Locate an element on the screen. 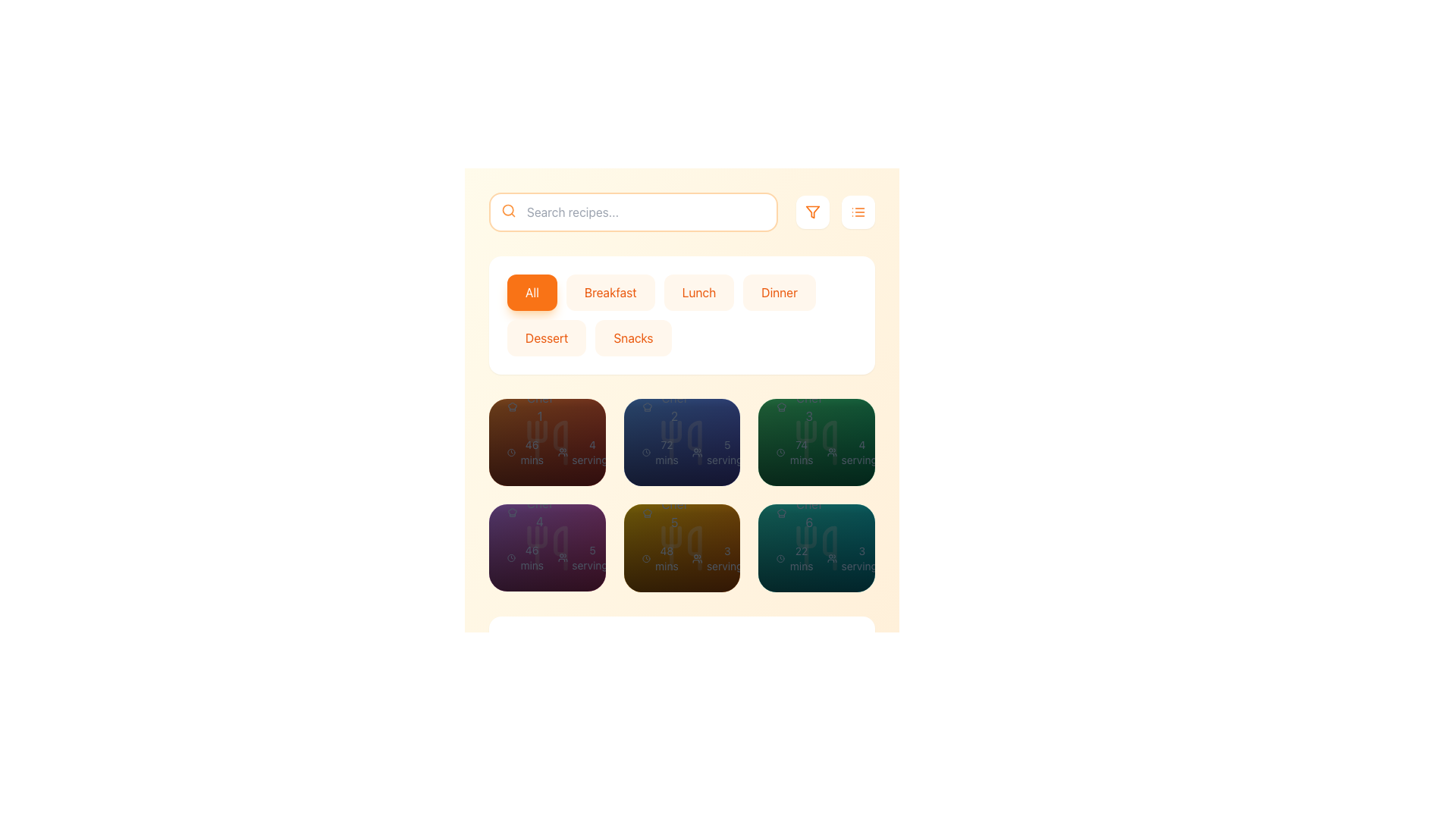  the Informational overlay panel located at the bottom of the first recipe card in the top-left corner of the recipe grid, which features a gradient overlay and contains text details about the recipe is located at coordinates (546, 406).